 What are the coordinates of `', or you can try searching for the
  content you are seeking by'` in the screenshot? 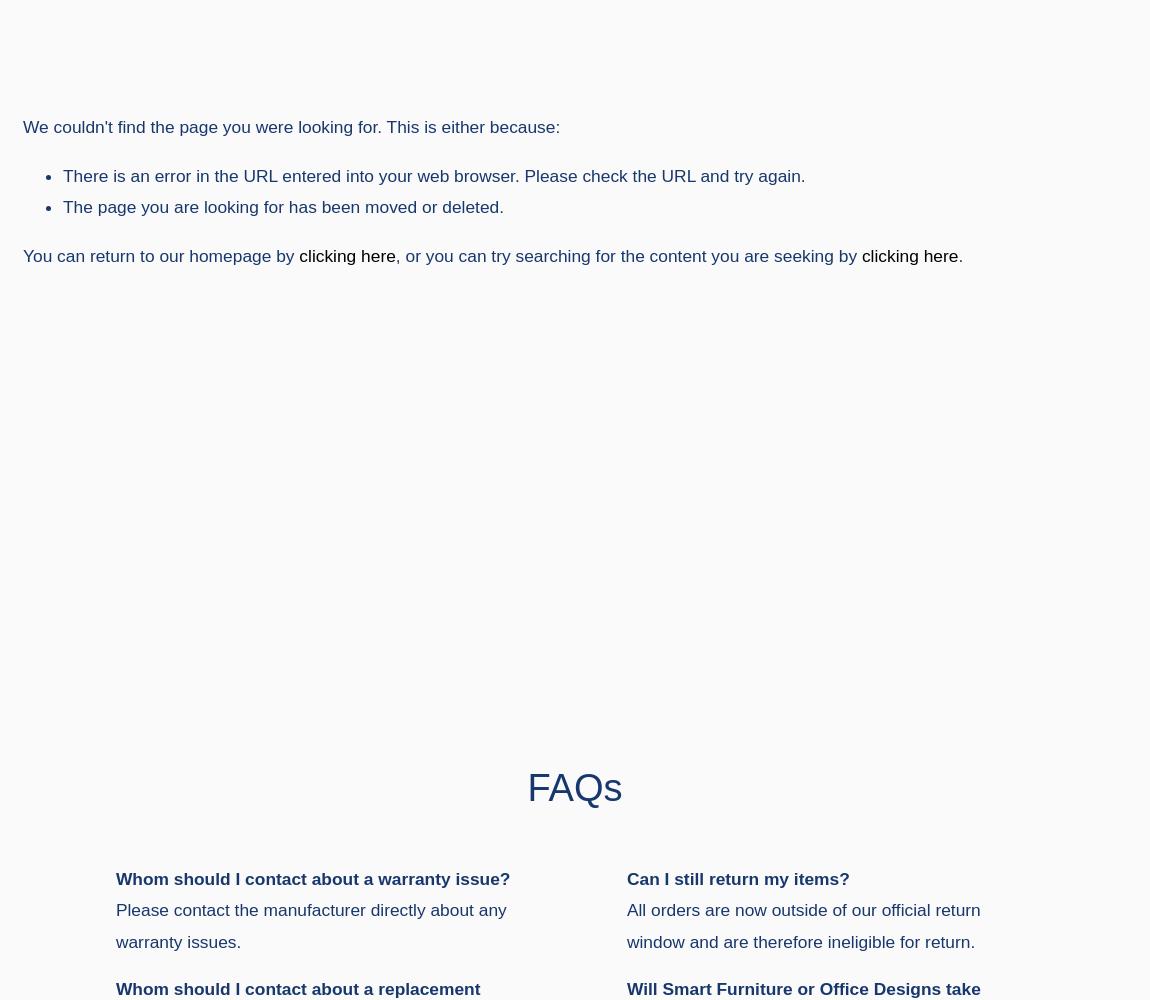 It's located at (627, 255).